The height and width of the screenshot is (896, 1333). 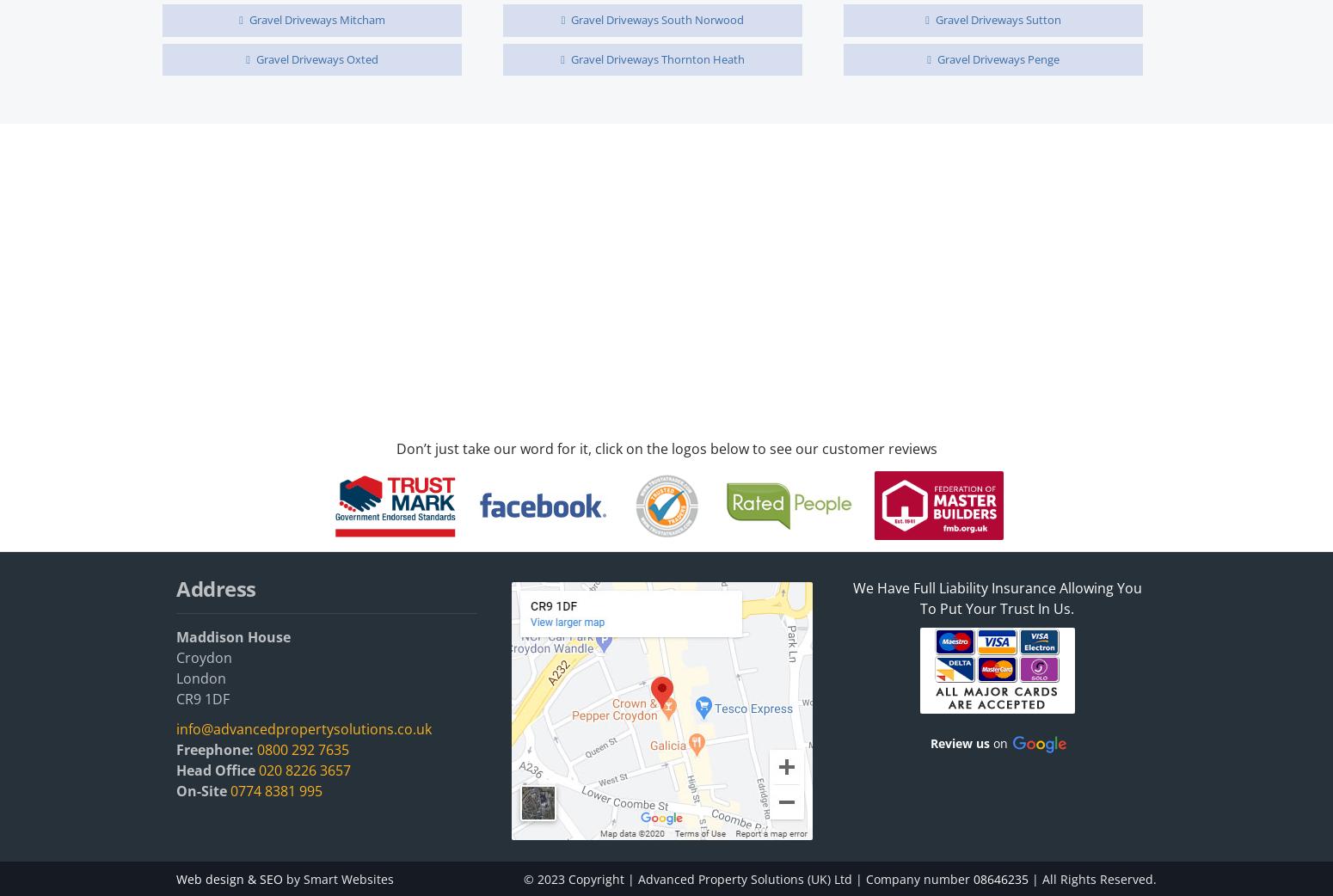 What do you see at coordinates (998, 743) in the screenshot?
I see `'on'` at bounding box center [998, 743].